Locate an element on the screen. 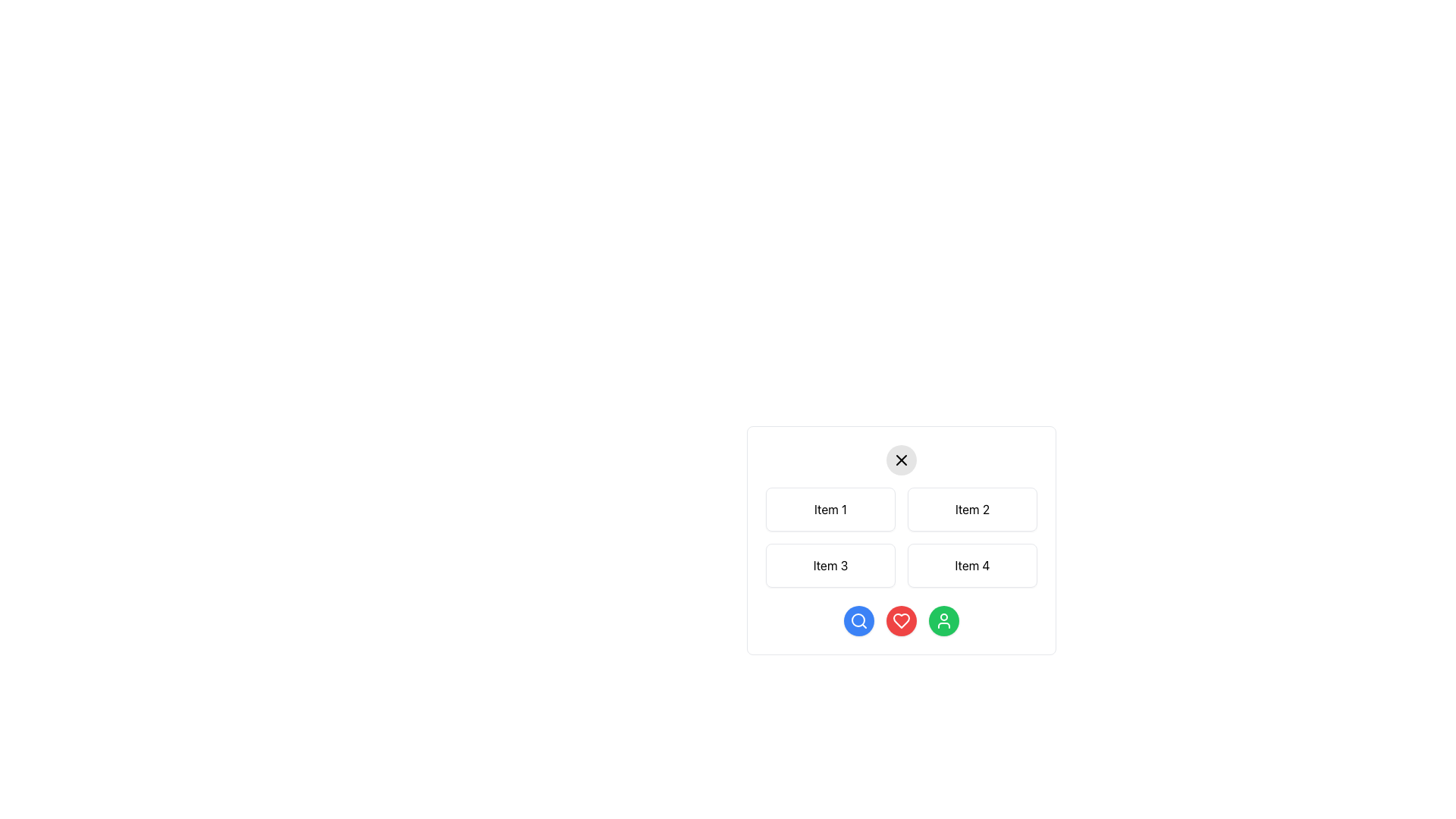  the text label displaying 'Item 1' located in the top-left corner of the grid layout, which serves as a label or an inactive button is located at coordinates (830, 509).